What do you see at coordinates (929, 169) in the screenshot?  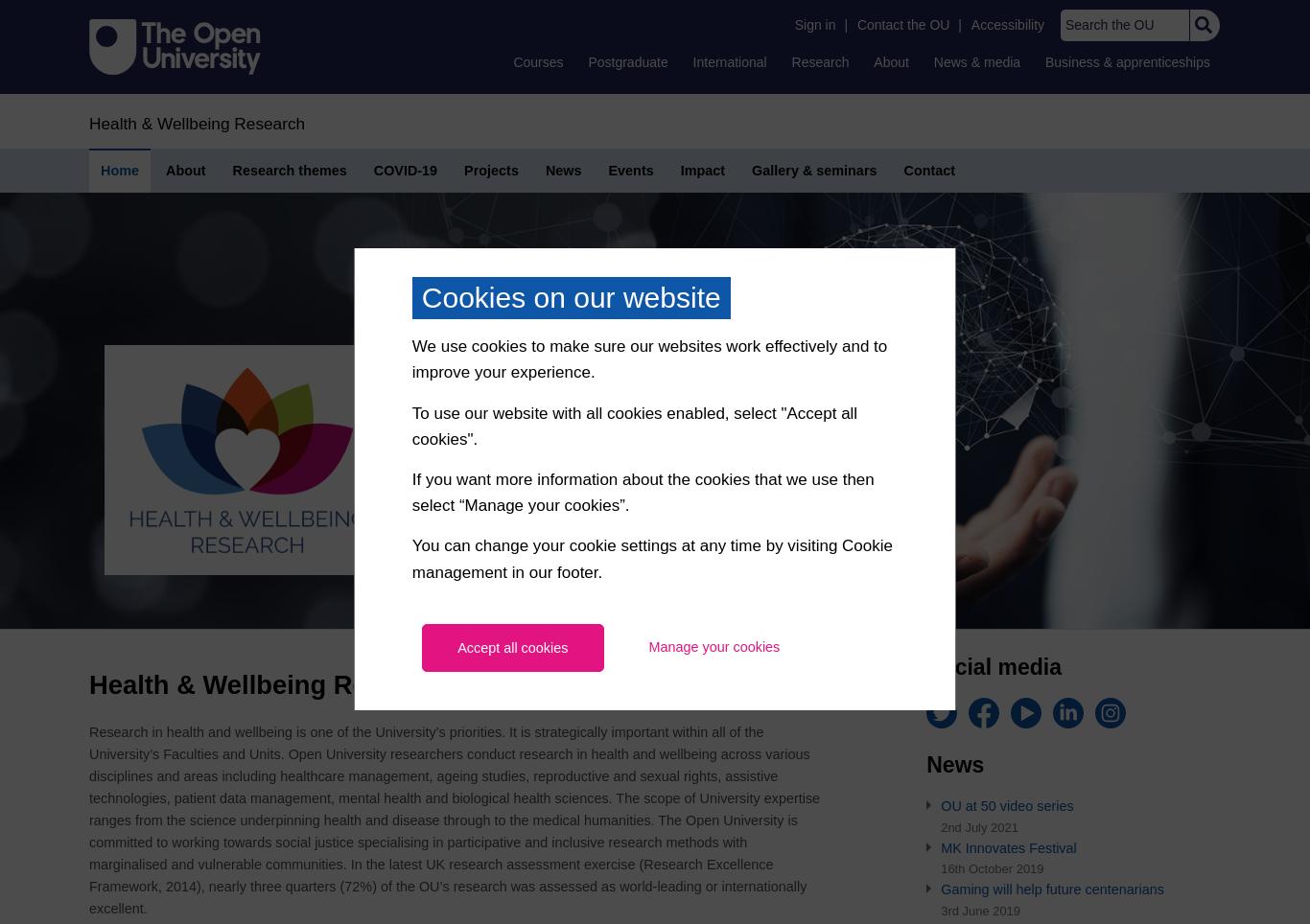 I see `'Contact'` at bounding box center [929, 169].